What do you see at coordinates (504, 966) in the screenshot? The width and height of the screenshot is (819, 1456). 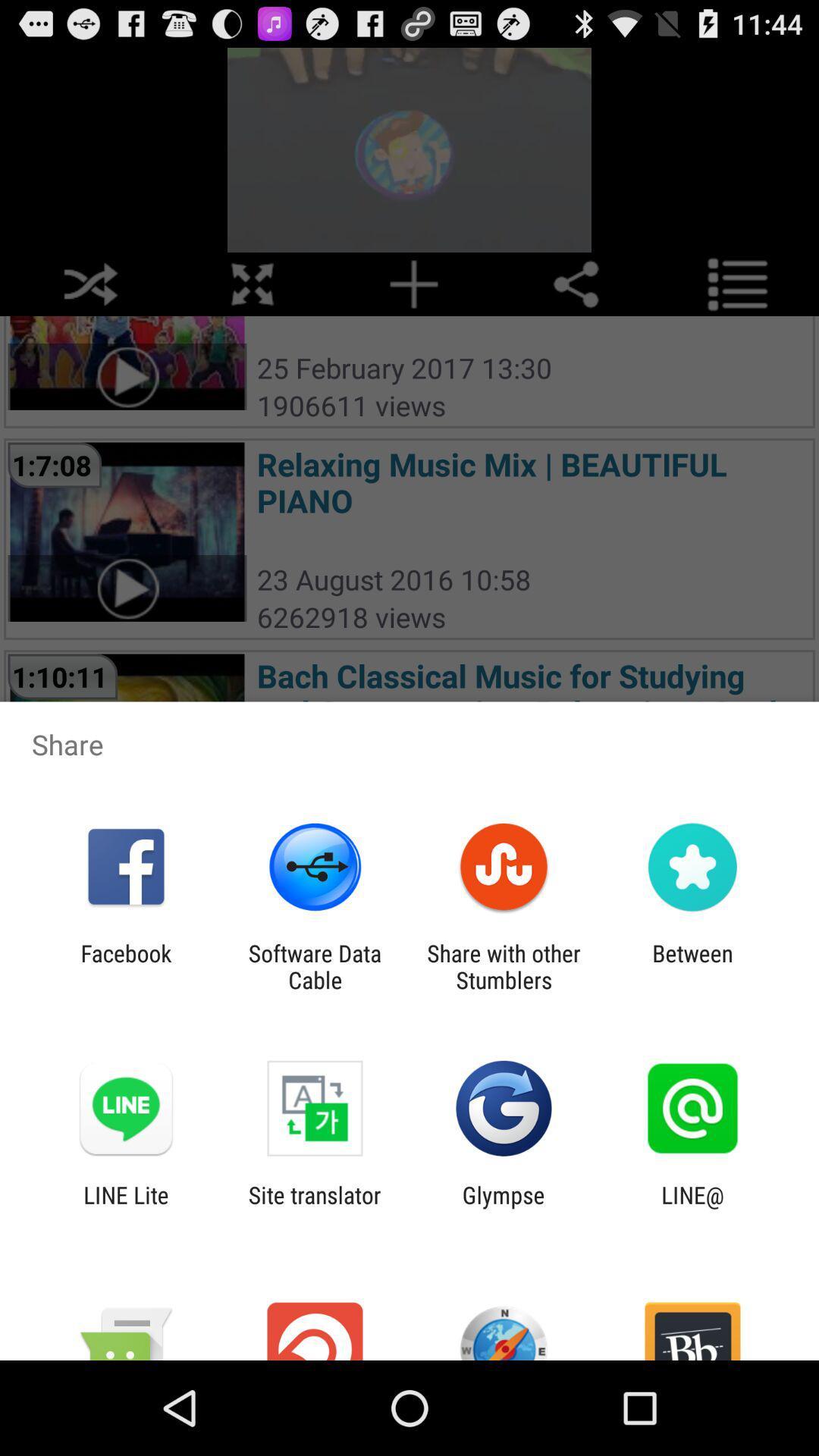 I see `item next to software data cable` at bounding box center [504, 966].